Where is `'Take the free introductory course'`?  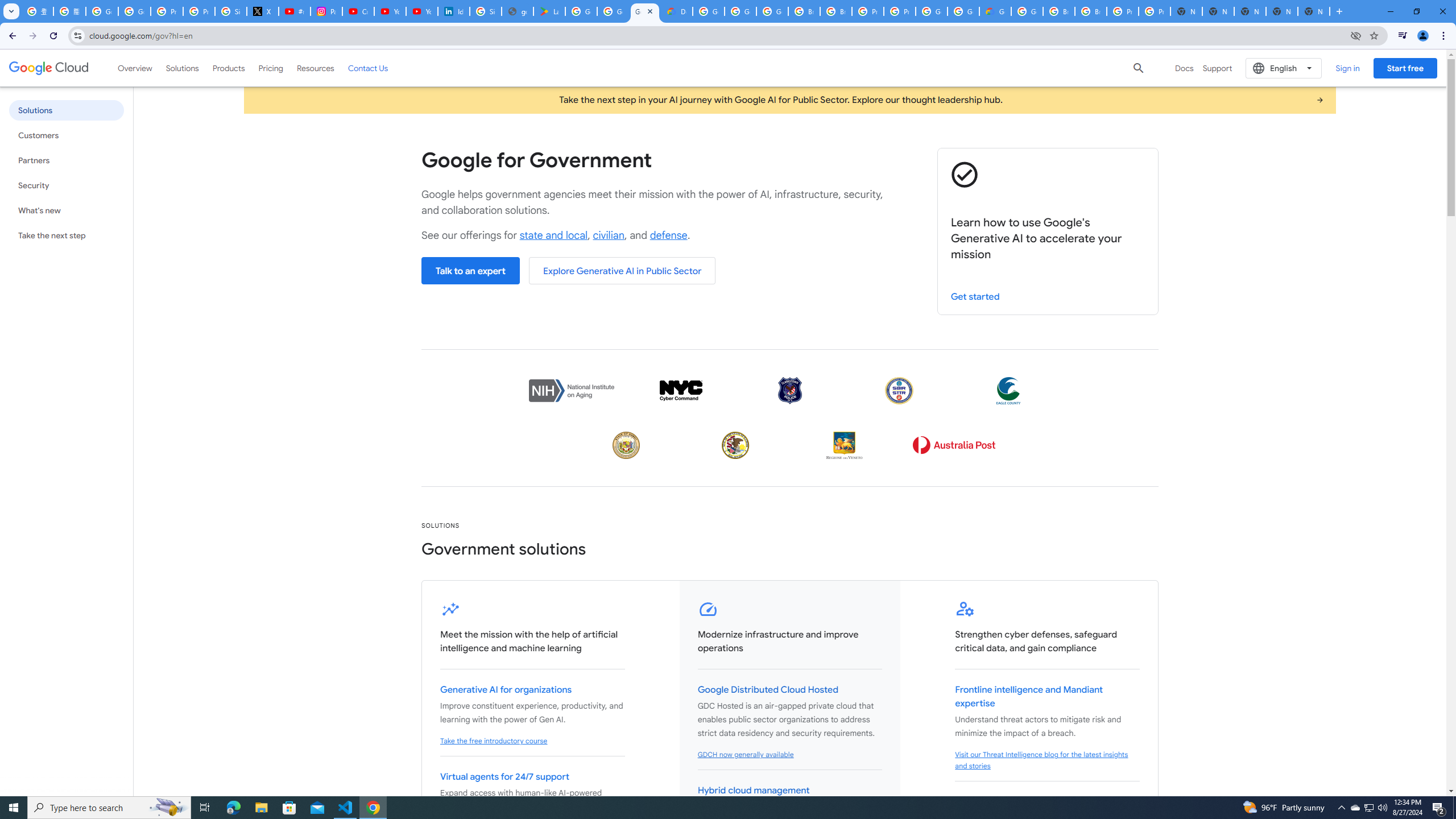
'Take the free introductory course' is located at coordinates (493, 741).